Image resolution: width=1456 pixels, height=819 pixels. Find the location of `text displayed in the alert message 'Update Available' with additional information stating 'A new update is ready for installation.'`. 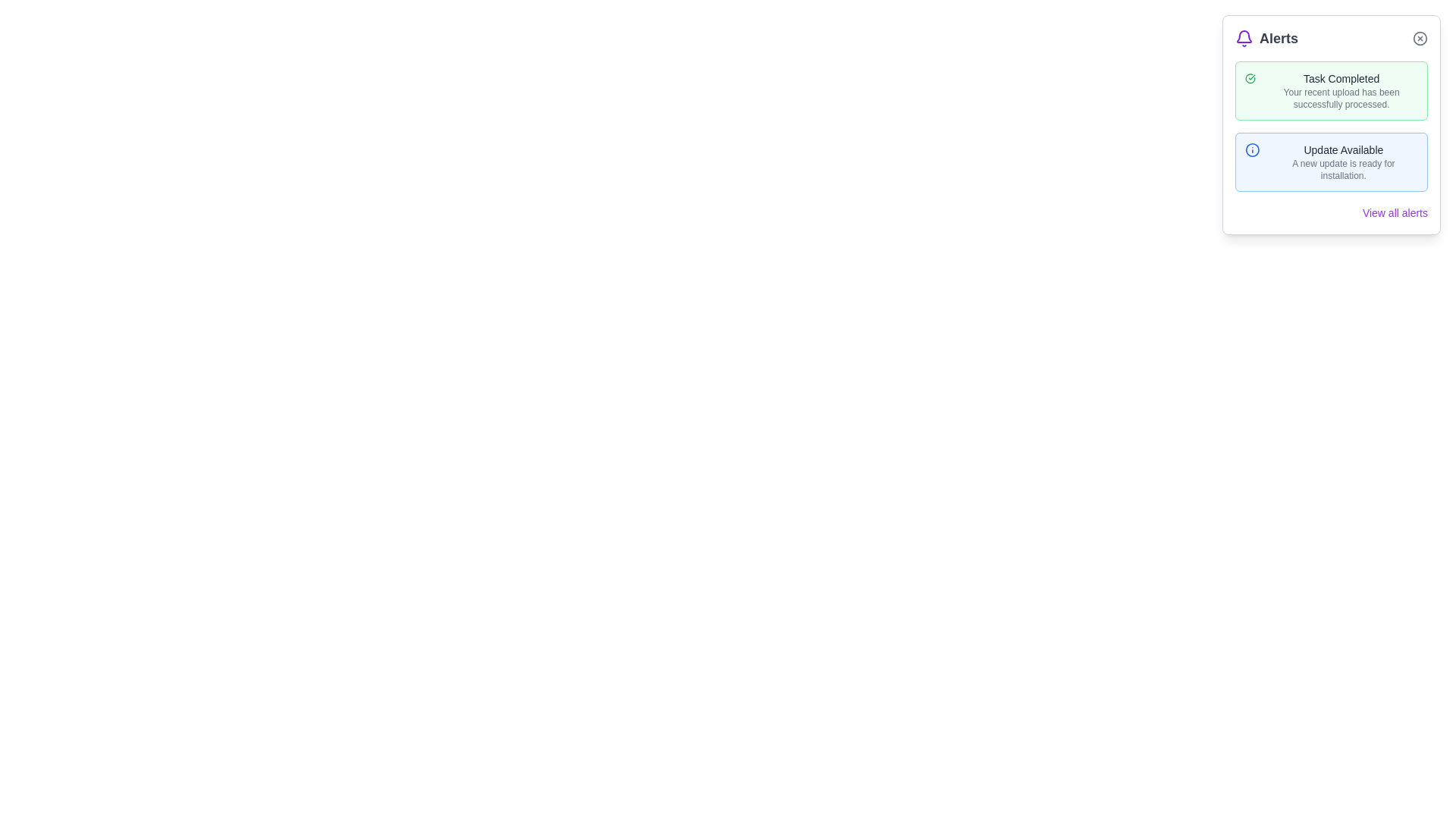

text displayed in the alert message 'Update Available' with additional information stating 'A new update is ready for installation.' is located at coordinates (1343, 162).